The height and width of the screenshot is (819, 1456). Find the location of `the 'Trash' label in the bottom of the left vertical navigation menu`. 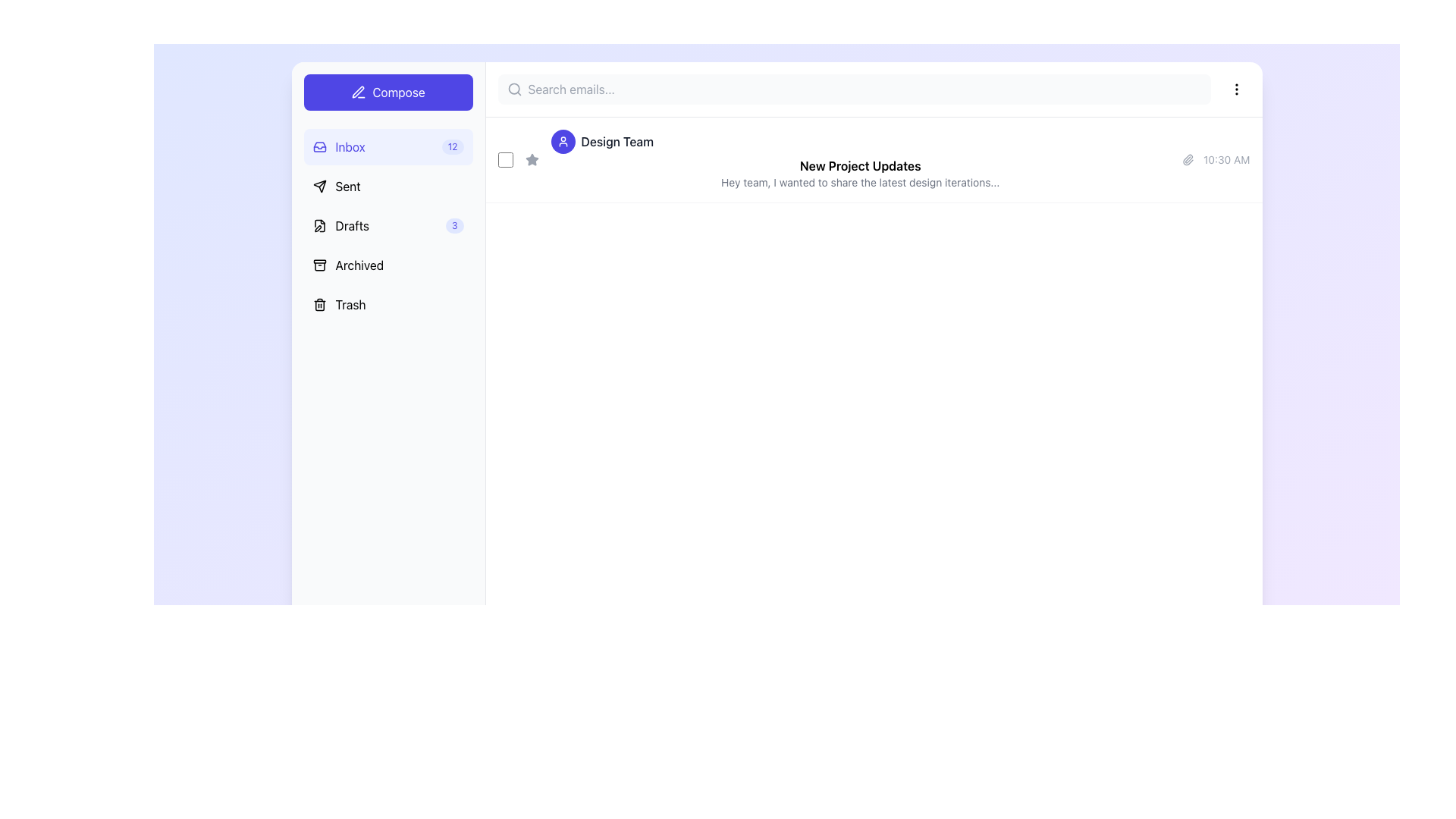

the 'Trash' label in the bottom of the left vertical navigation menu is located at coordinates (350, 304).